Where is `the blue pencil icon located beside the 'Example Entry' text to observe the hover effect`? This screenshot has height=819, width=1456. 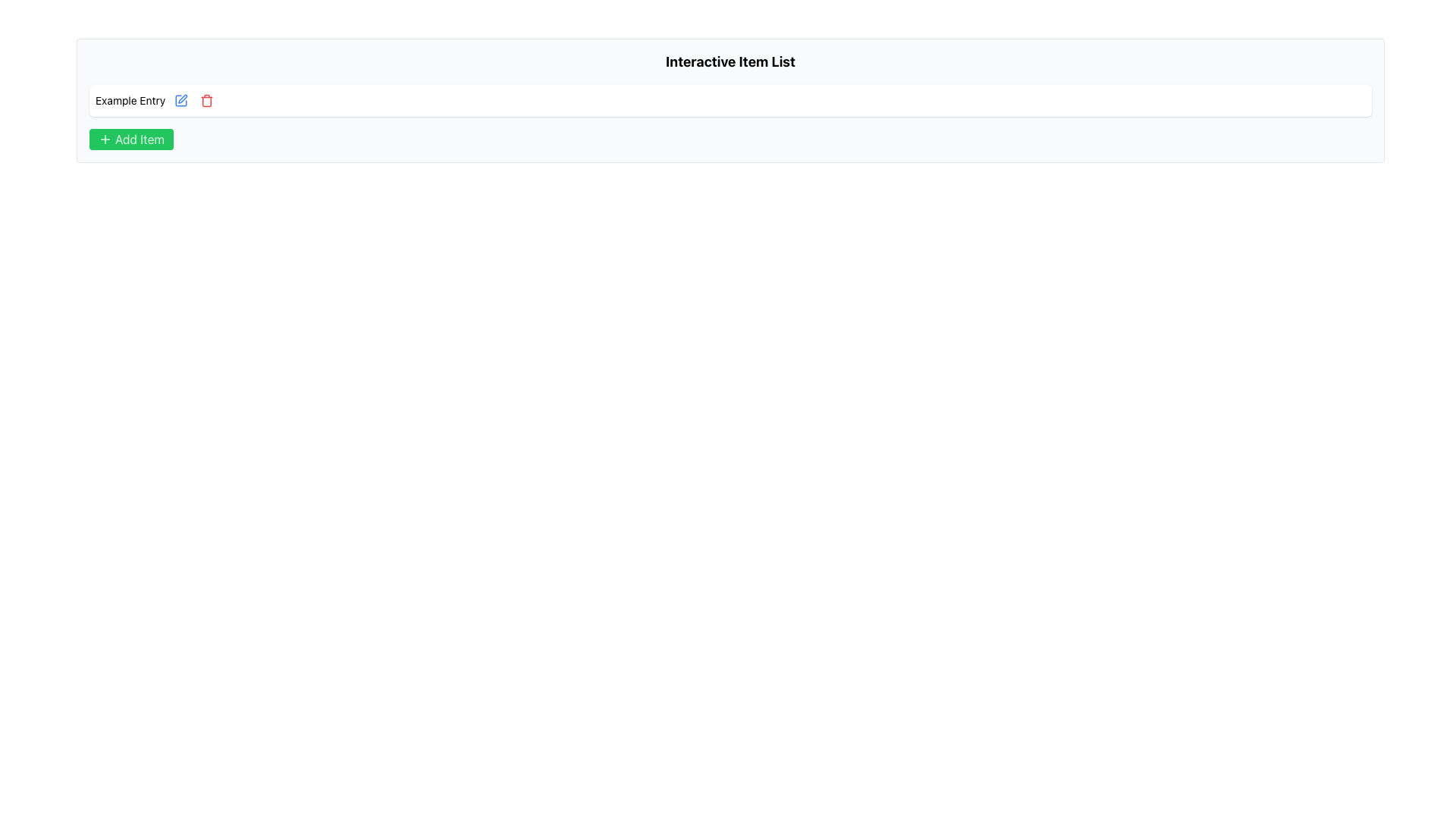
the blue pencil icon located beside the 'Example Entry' text to observe the hover effect is located at coordinates (181, 100).